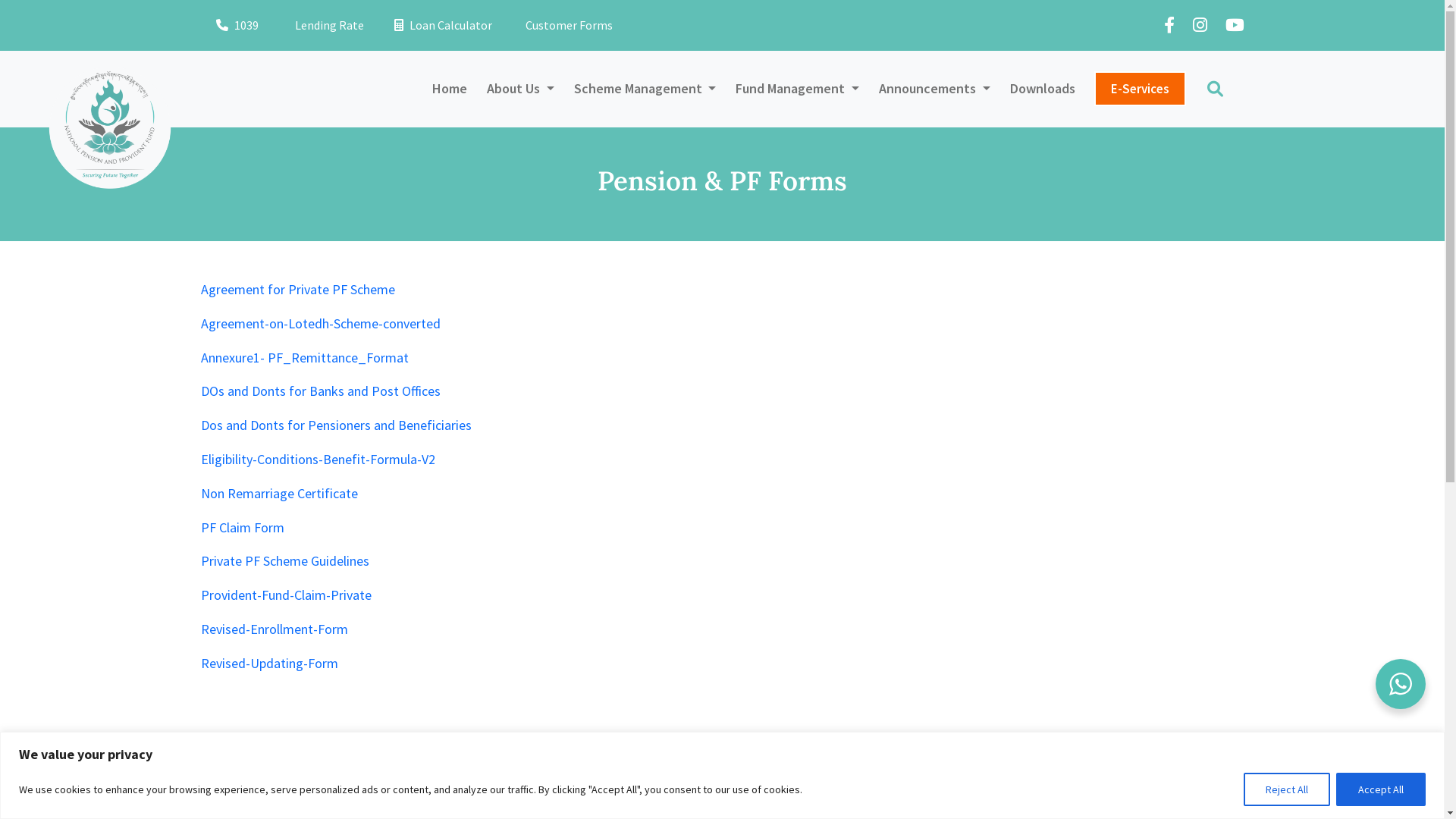 This screenshot has width=1456, height=819. Describe the element at coordinates (199, 560) in the screenshot. I see `'Private PF Scheme Guidelines'` at that location.